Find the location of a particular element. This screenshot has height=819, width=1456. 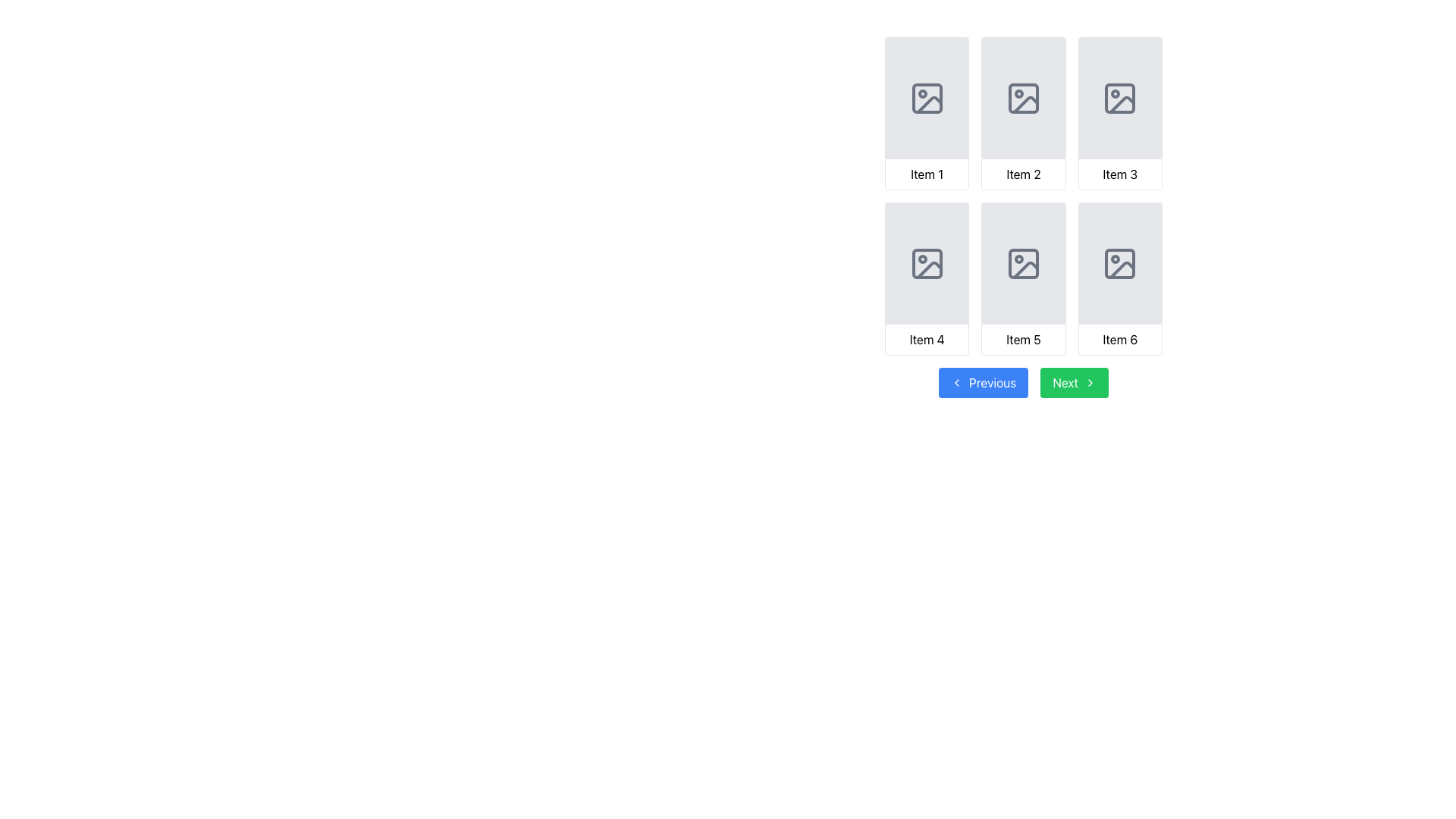

the text label displaying 'Item 4' is located at coordinates (926, 338).